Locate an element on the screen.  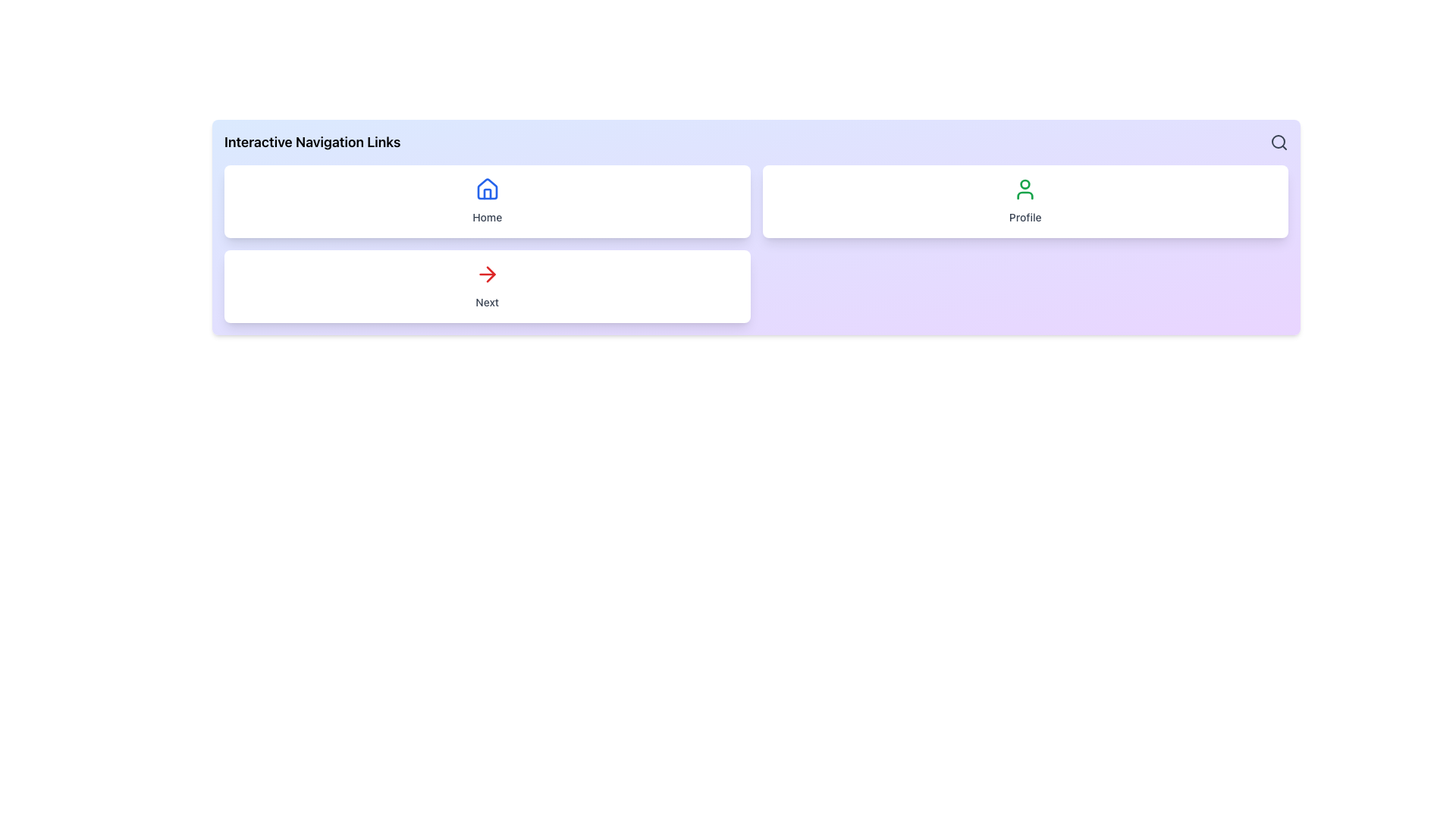
the 'Home' icon located in the top left section of the interface, which serves as a visual identifier for the home function is located at coordinates (487, 188).